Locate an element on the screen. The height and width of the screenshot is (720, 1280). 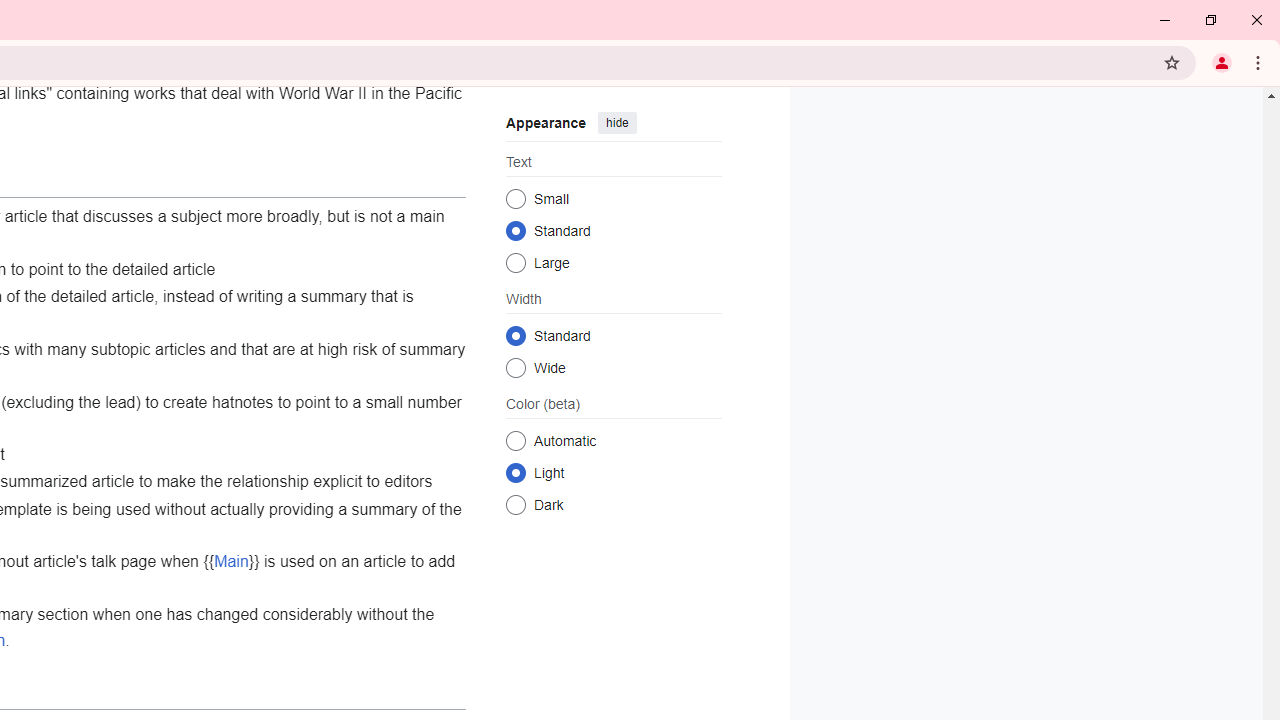
'Wide' is located at coordinates (515, 367).